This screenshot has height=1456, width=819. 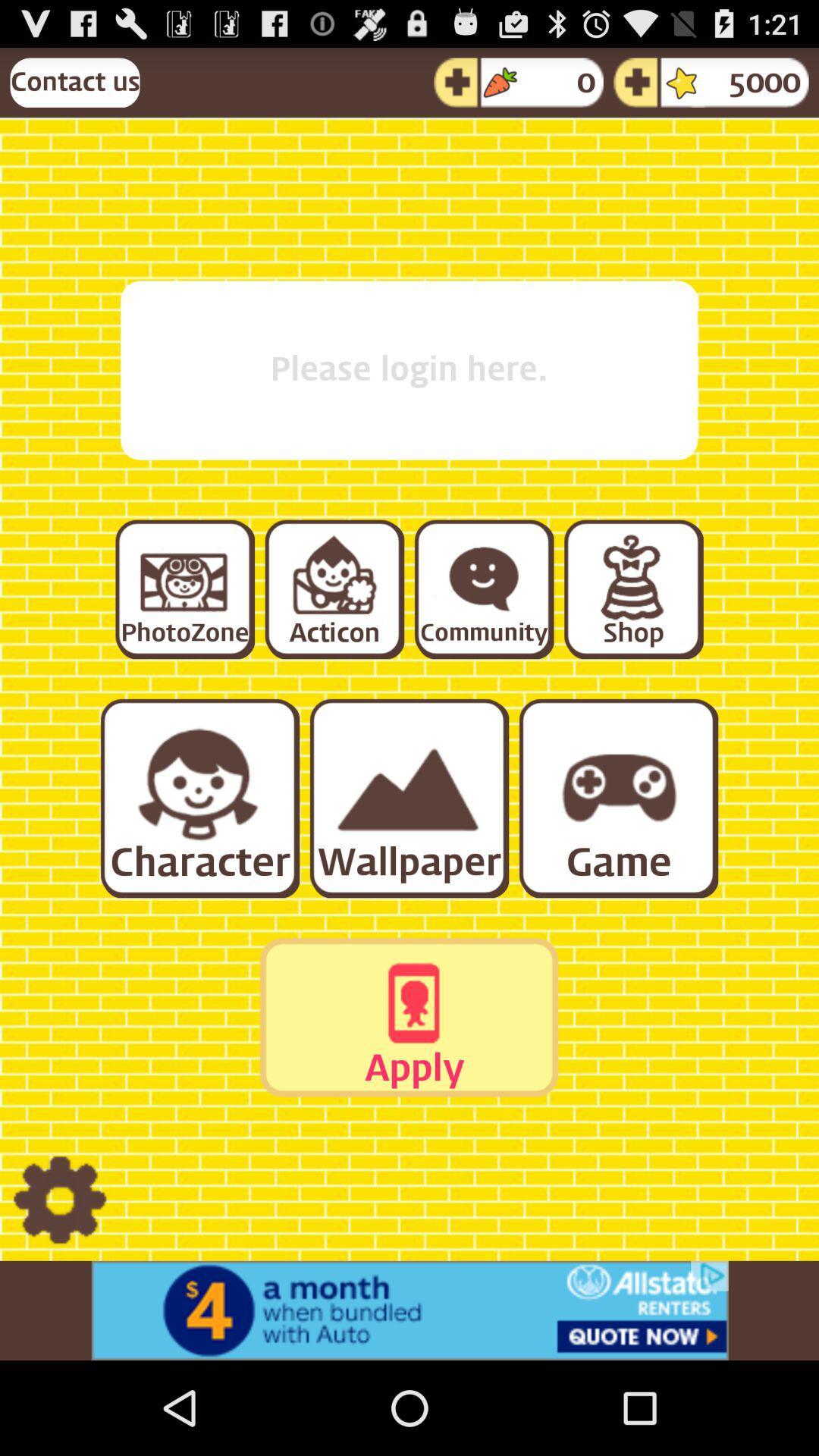 What do you see at coordinates (407, 796) in the screenshot?
I see `click on wallpaper` at bounding box center [407, 796].